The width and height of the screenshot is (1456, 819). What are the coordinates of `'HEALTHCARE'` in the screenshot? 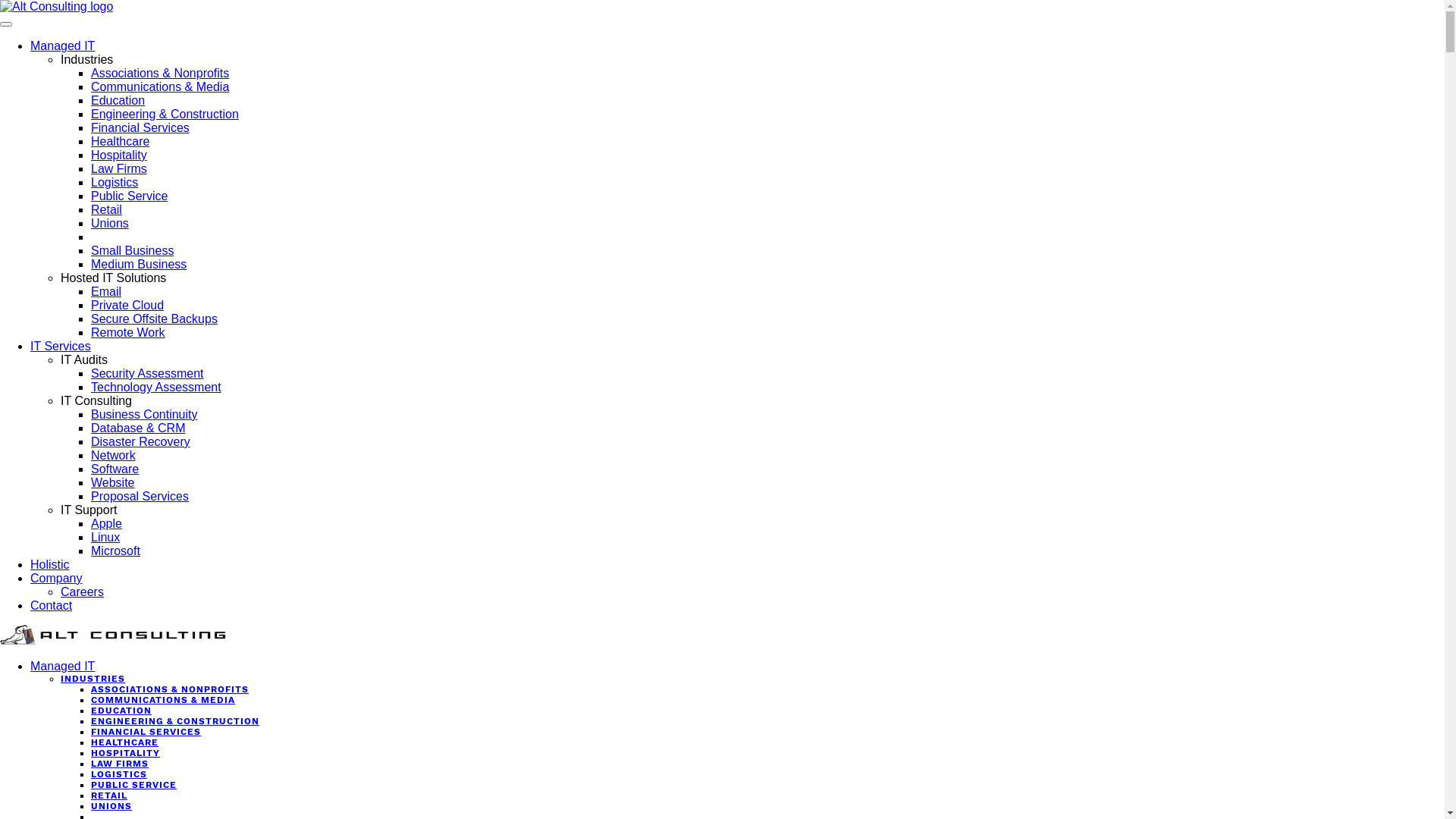 It's located at (124, 742).